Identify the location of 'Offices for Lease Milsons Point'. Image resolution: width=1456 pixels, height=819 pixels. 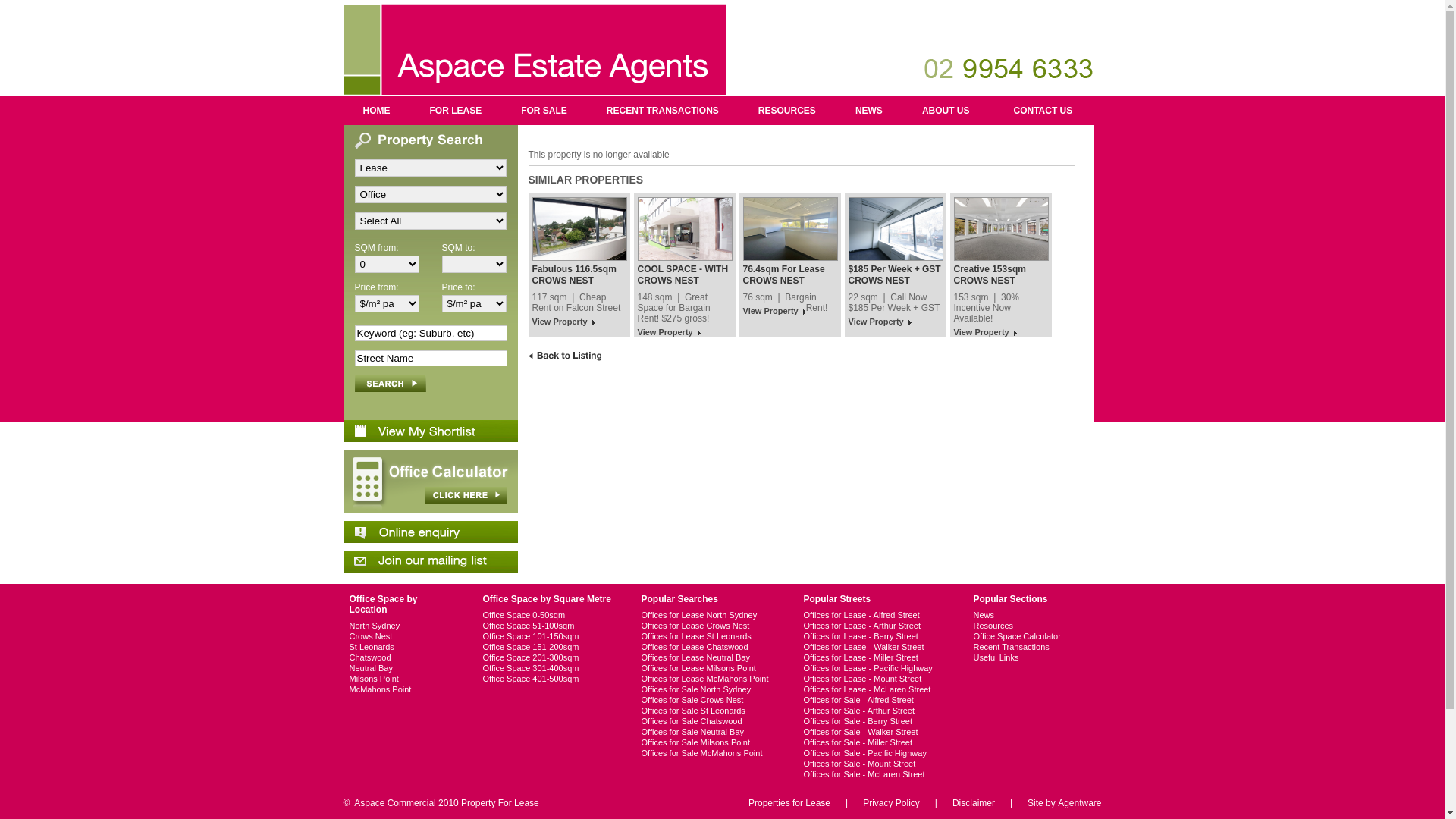
(641, 667).